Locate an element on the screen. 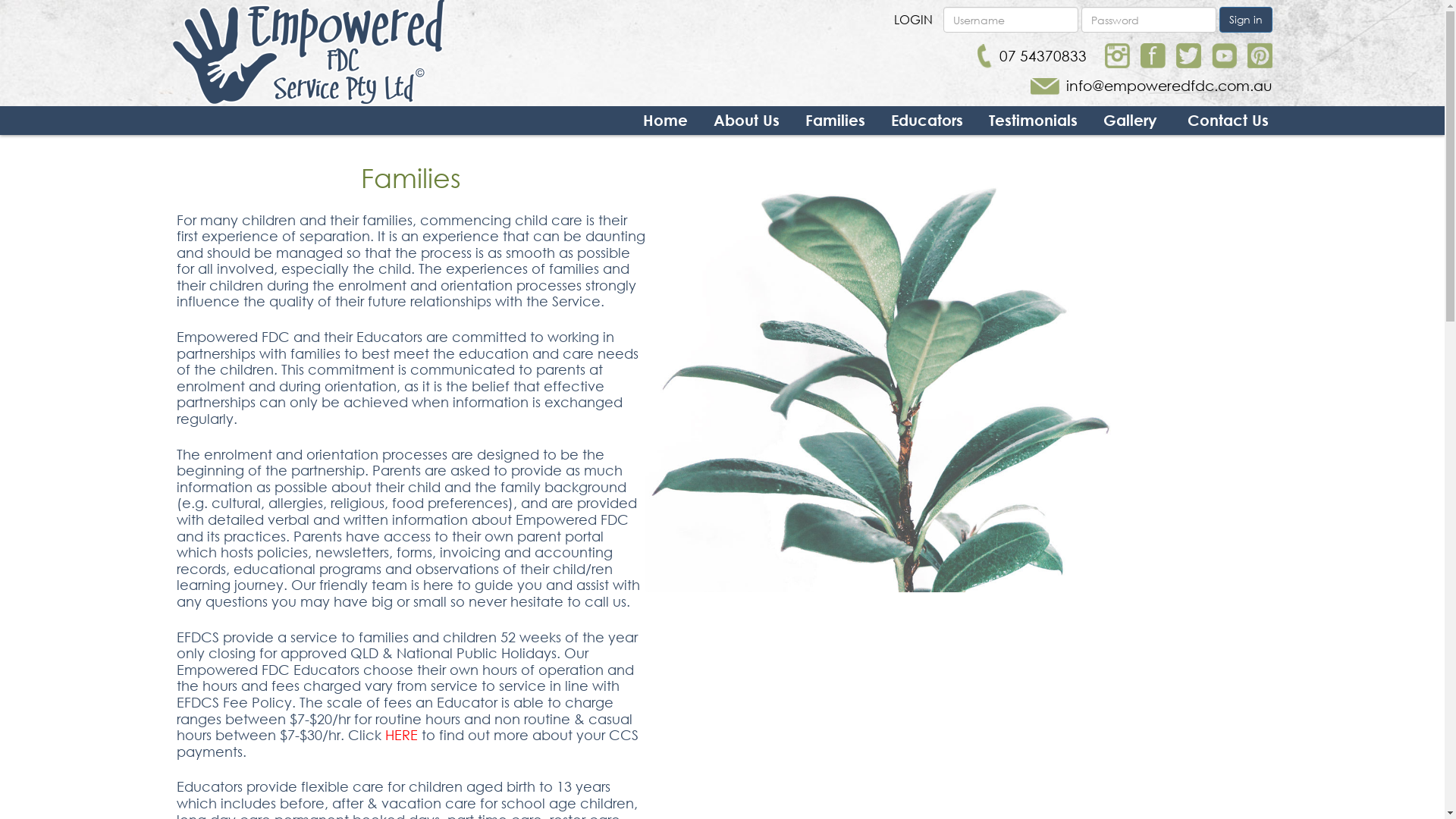 Image resolution: width=1456 pixels, height=819 pixels. 'HERE' is located at coordinates (403, 733).